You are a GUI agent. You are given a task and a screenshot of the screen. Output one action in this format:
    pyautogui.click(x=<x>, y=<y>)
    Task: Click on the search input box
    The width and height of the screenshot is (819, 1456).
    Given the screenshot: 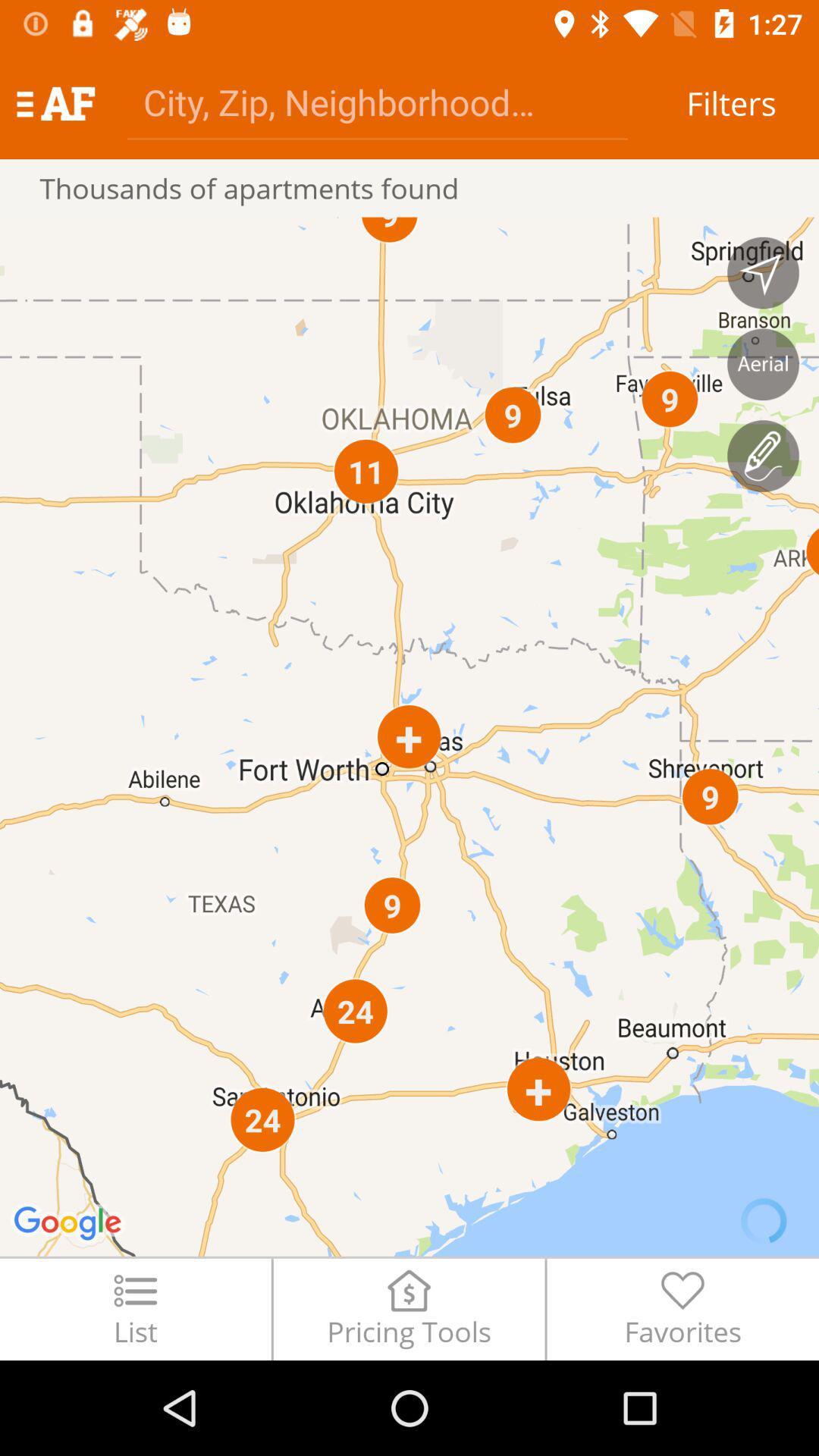 What is the action you would take?
    pyautogui.click(x=376, y=101)
    